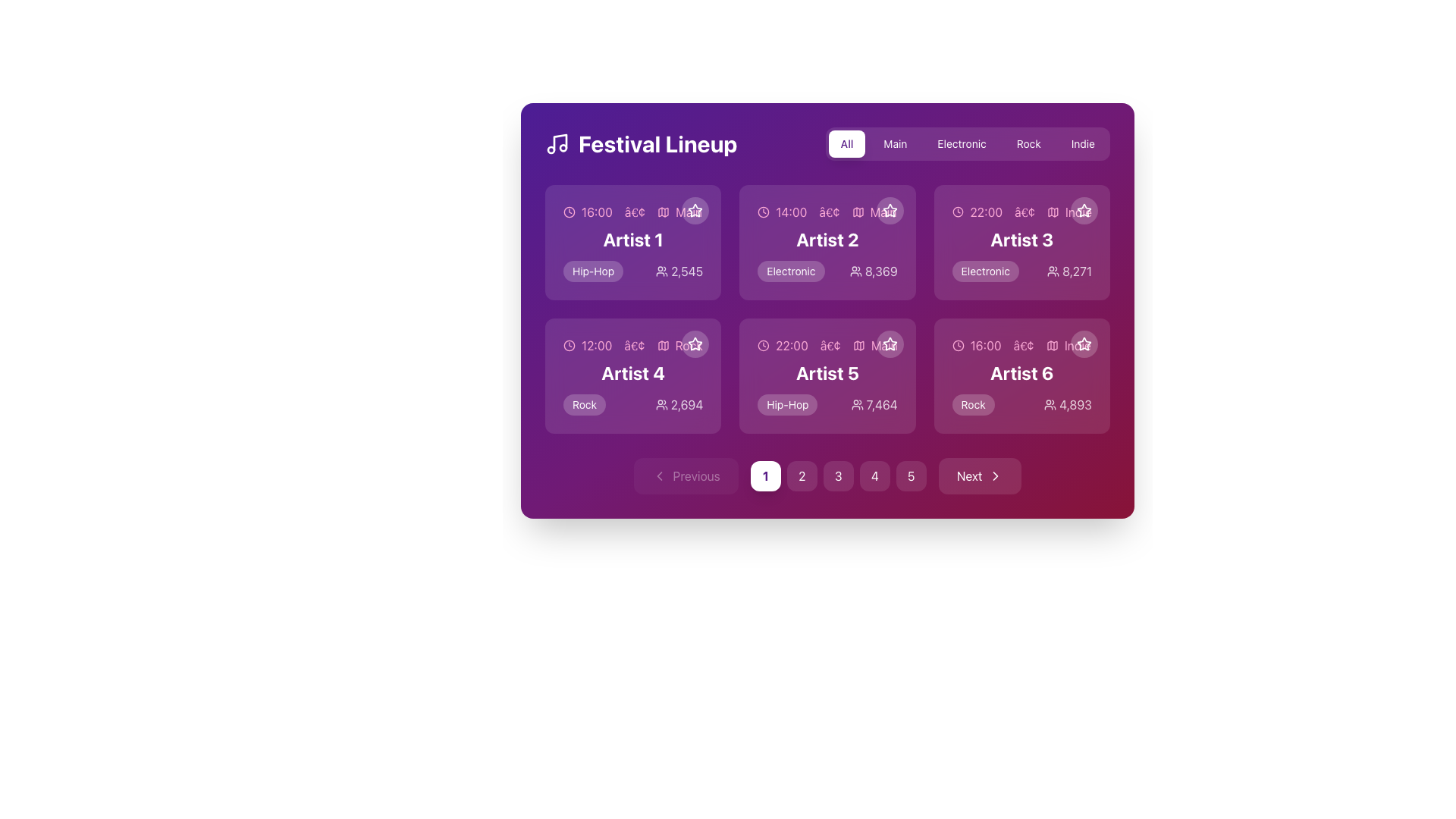 The width and height of the screenshot is (1456, 819). What do you see at coordinates (996, 475) in the screenshot?
I see `the chevron icon located at the far right of the 'Next' button in the pagination section` at bounding box center [996, 475].